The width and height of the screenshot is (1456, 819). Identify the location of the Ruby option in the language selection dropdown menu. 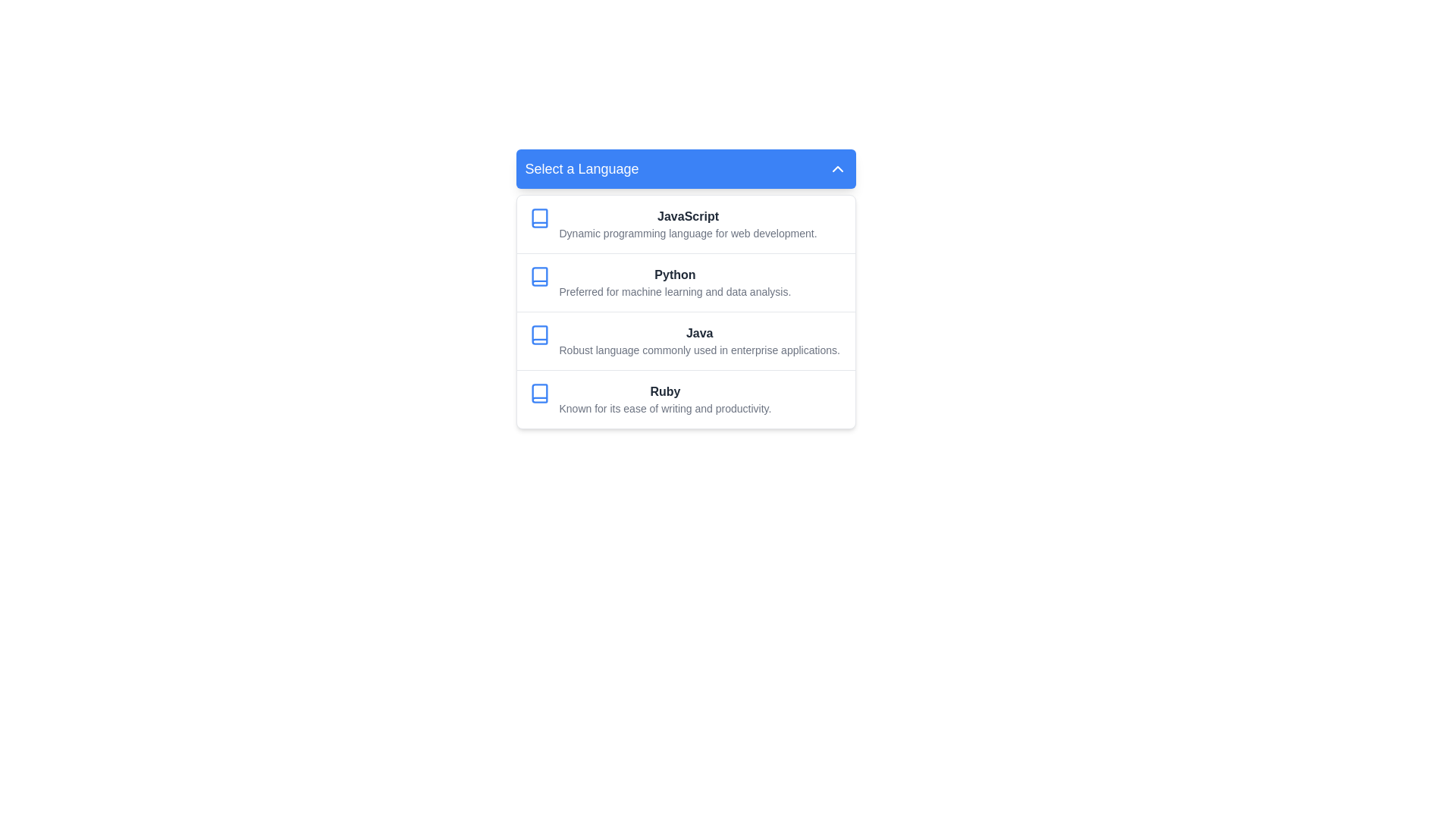
(665, 399).